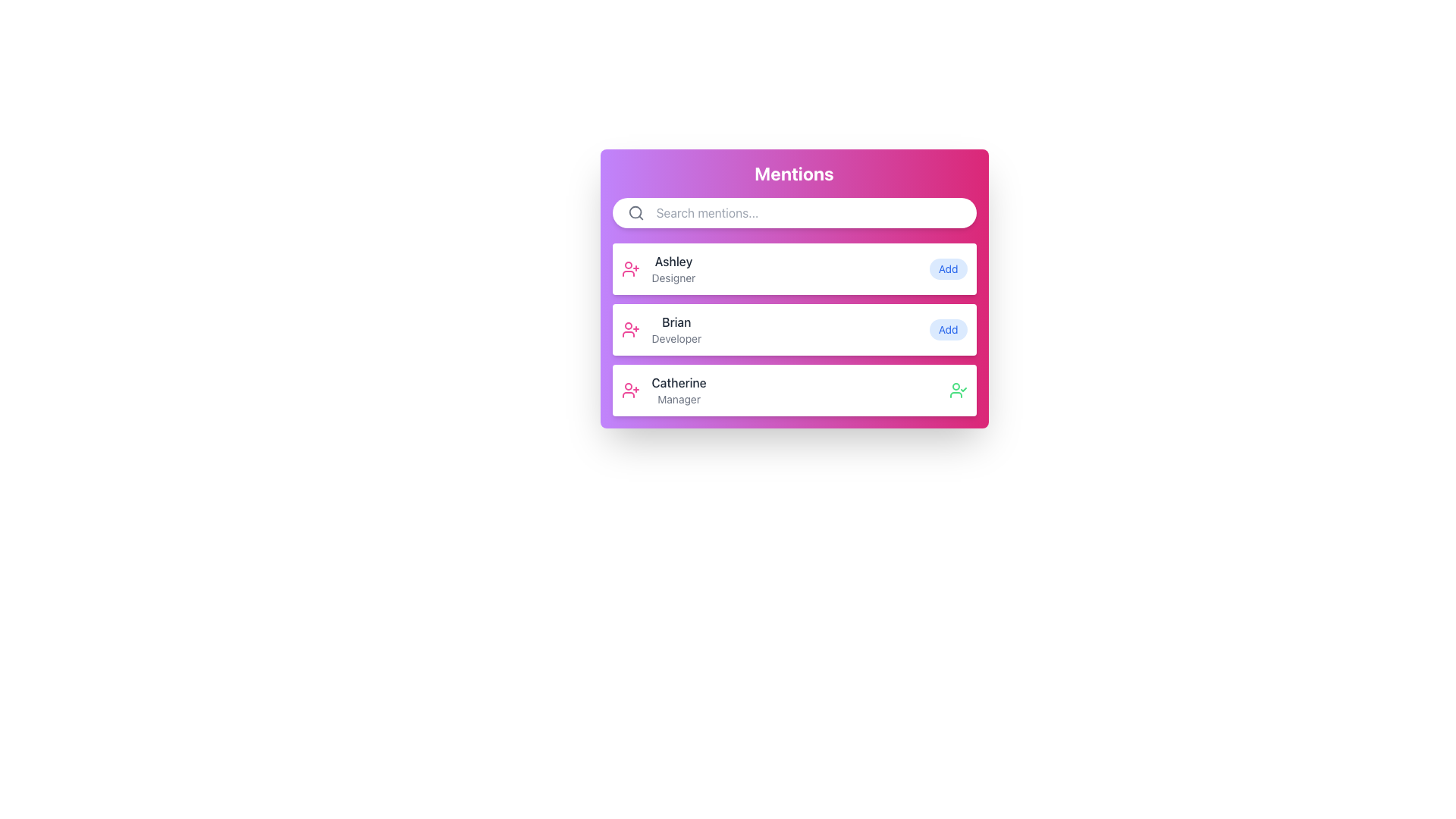 The image size is (1456, 819). Describe the element at coordinates (957, 390) in the screenshot. I see `the green user silhouette icon with a checkmark next to 'Catherine', the Manager` at that location.